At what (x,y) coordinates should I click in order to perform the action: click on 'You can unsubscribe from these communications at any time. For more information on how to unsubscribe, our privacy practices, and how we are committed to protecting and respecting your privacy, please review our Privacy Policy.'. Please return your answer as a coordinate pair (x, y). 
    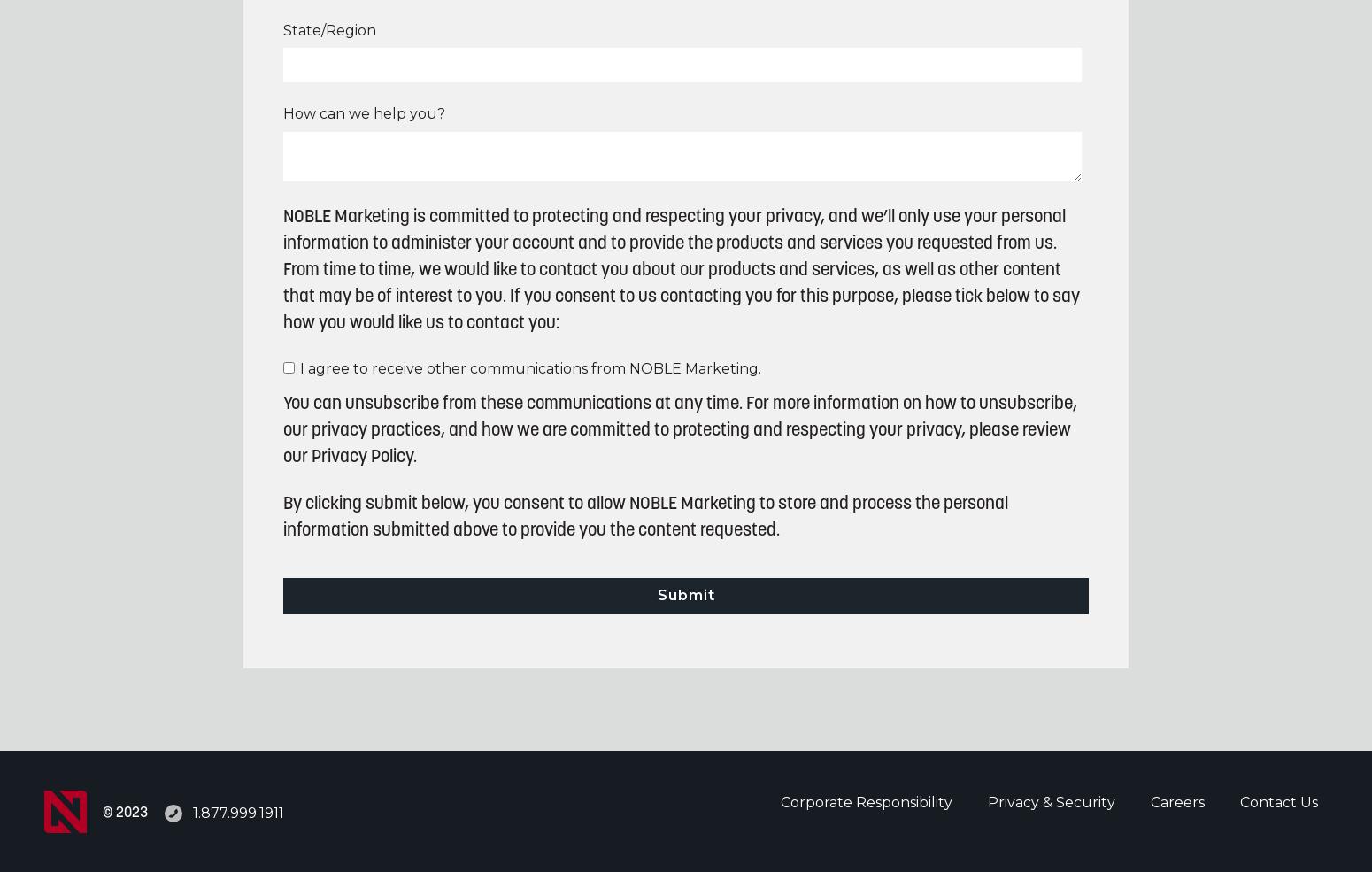
    Looking at the image, I should click on (282, 429).